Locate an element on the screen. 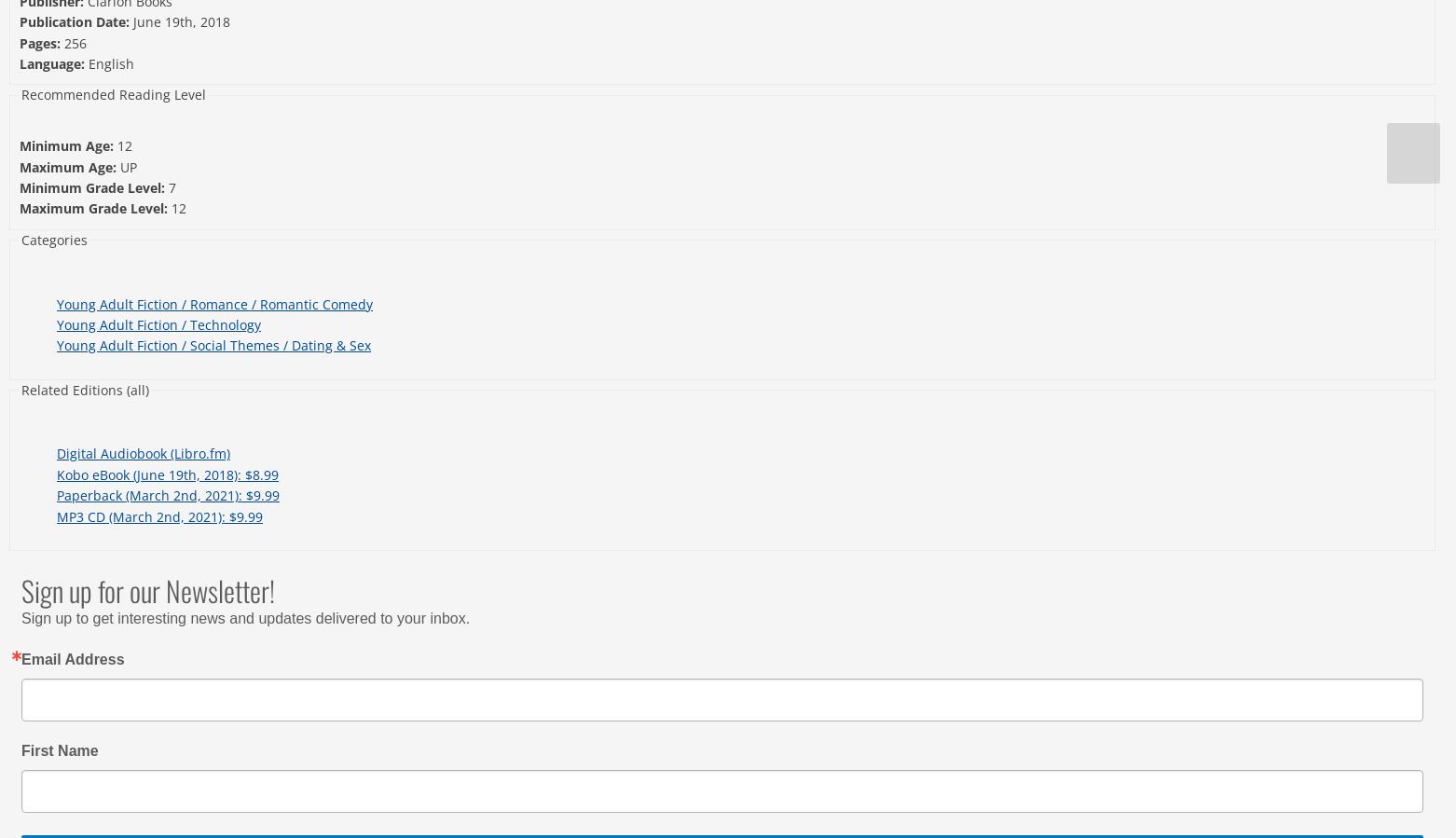 Image resolution: width=1456 pixels, height=838 pixels. 'Email Address' is located at coordinates (21, 658).